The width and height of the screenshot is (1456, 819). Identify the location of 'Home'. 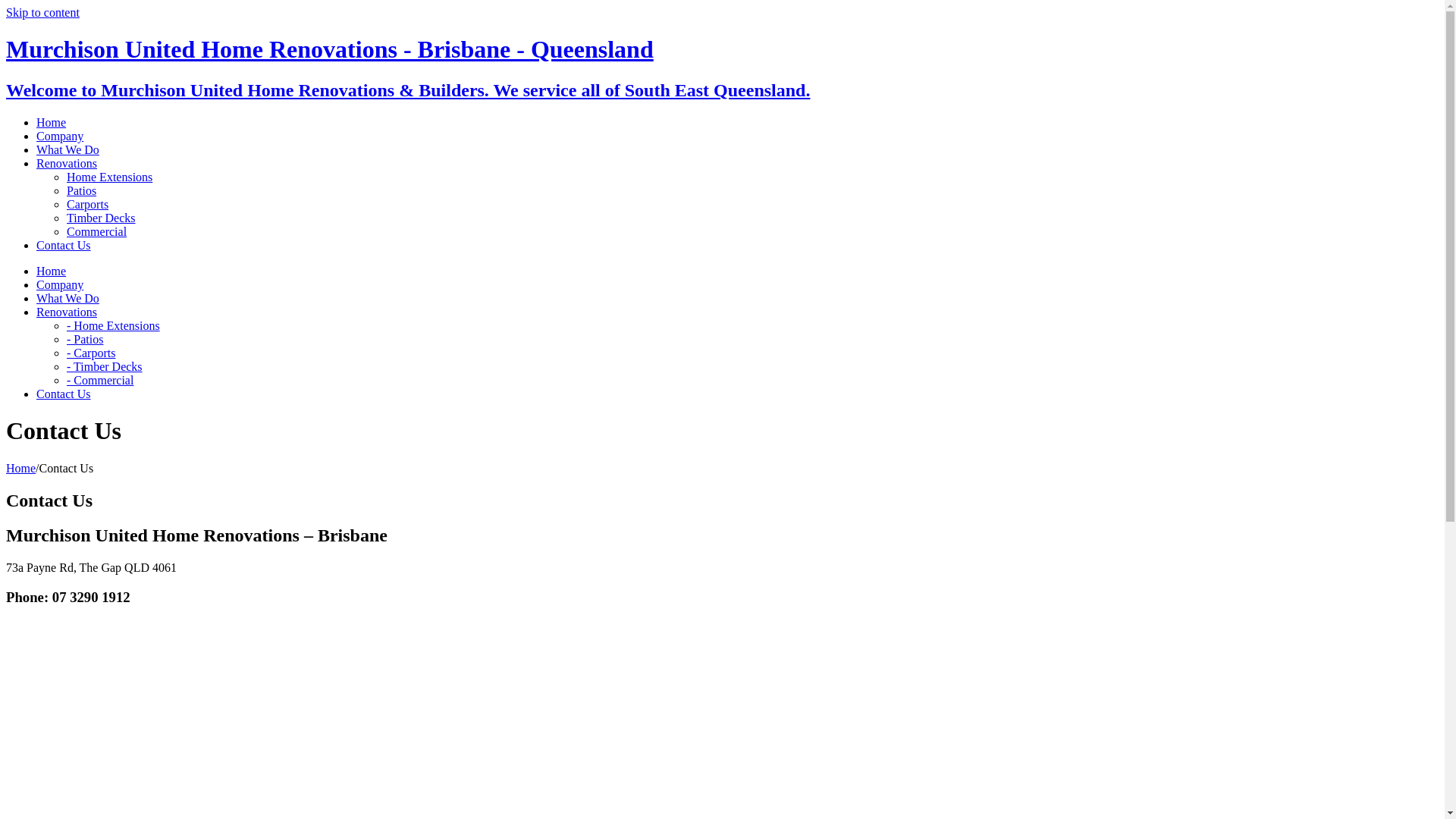
(20, 467).